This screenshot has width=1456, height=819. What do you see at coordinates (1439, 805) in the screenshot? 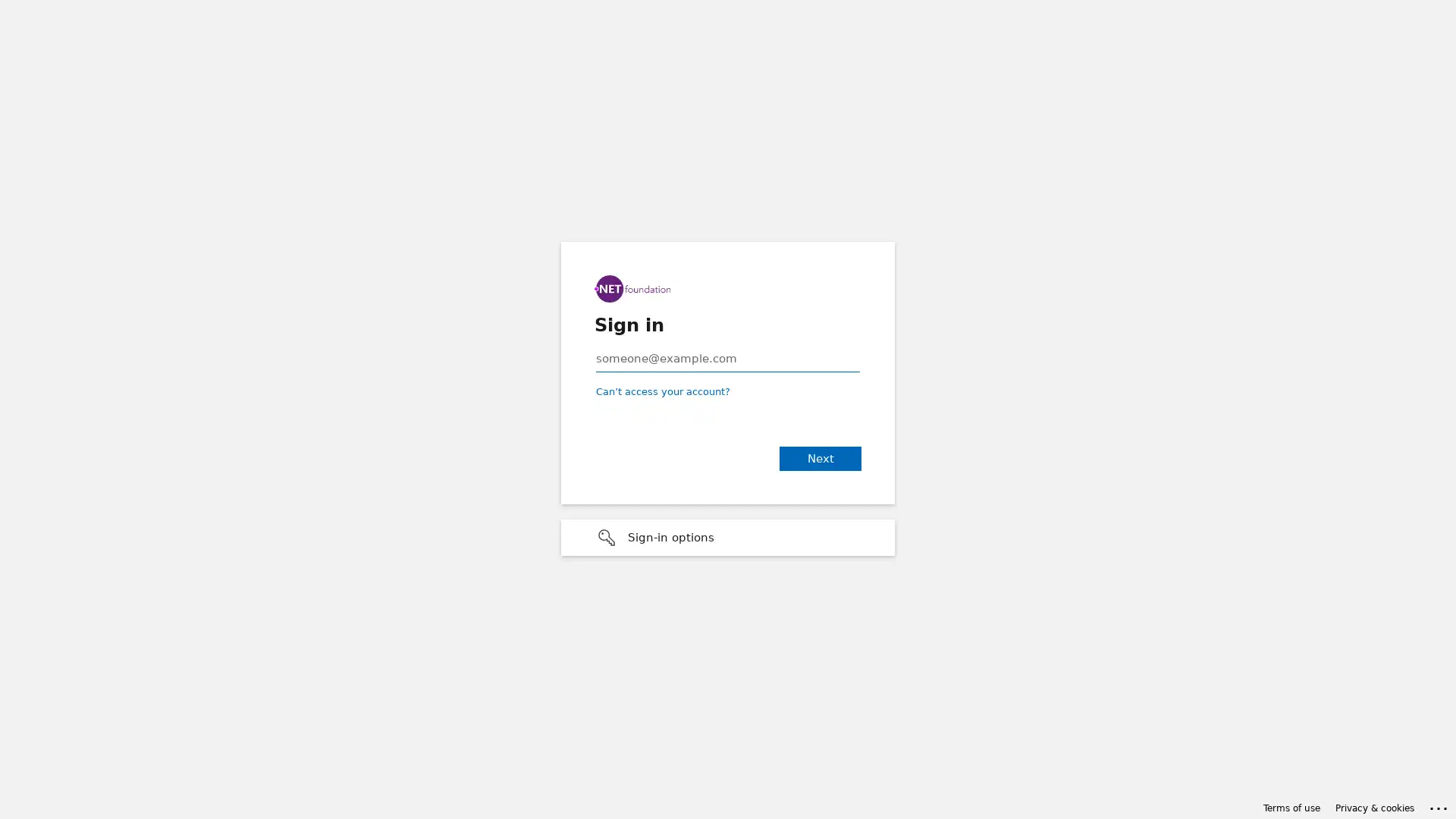
I see `Click here for troubleshooting information` at bounding box center [1439, 805].